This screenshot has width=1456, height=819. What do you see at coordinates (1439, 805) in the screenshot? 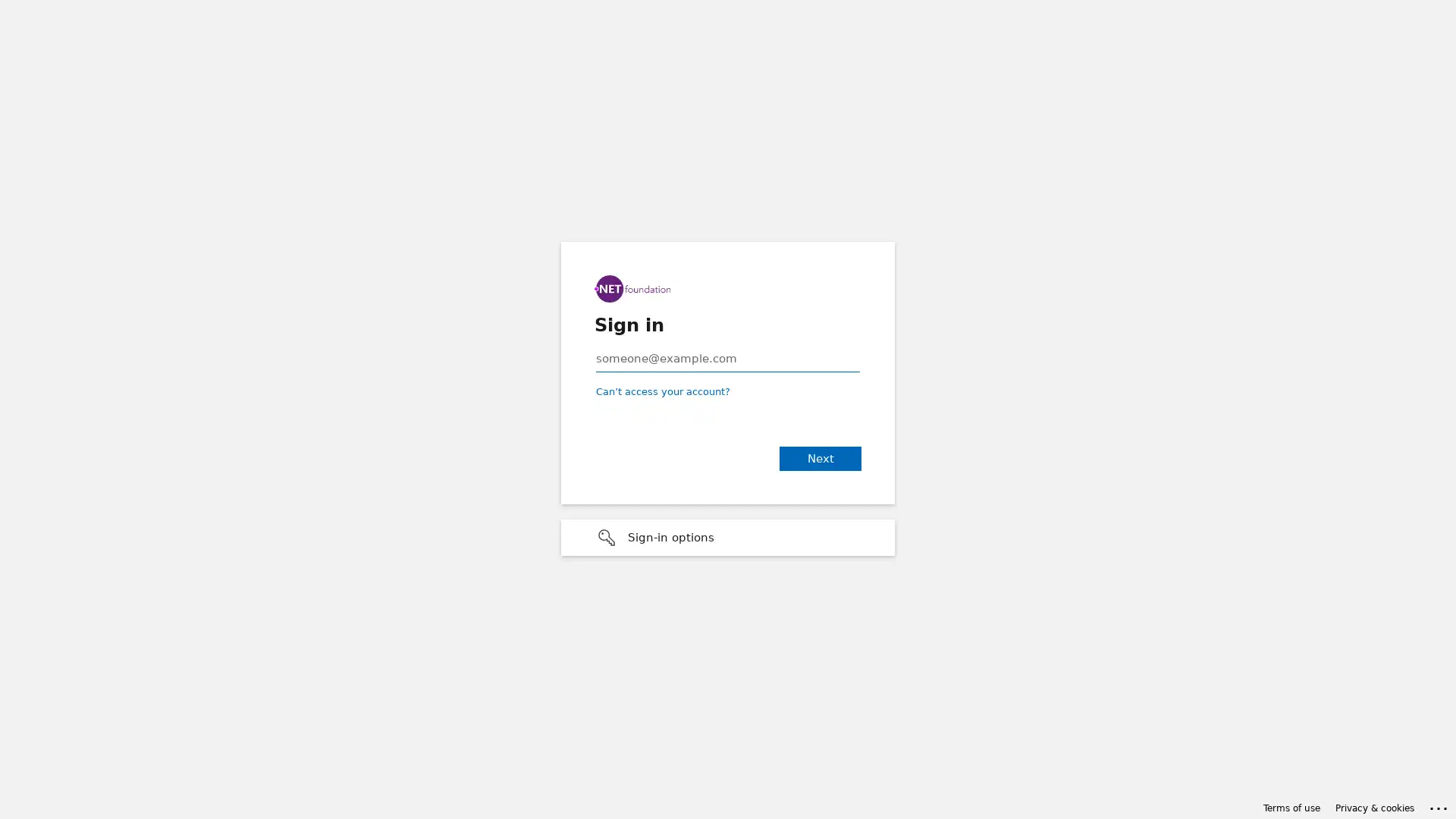
I see `Click here for troubleshooting information` at bounding box center [1439, 805].